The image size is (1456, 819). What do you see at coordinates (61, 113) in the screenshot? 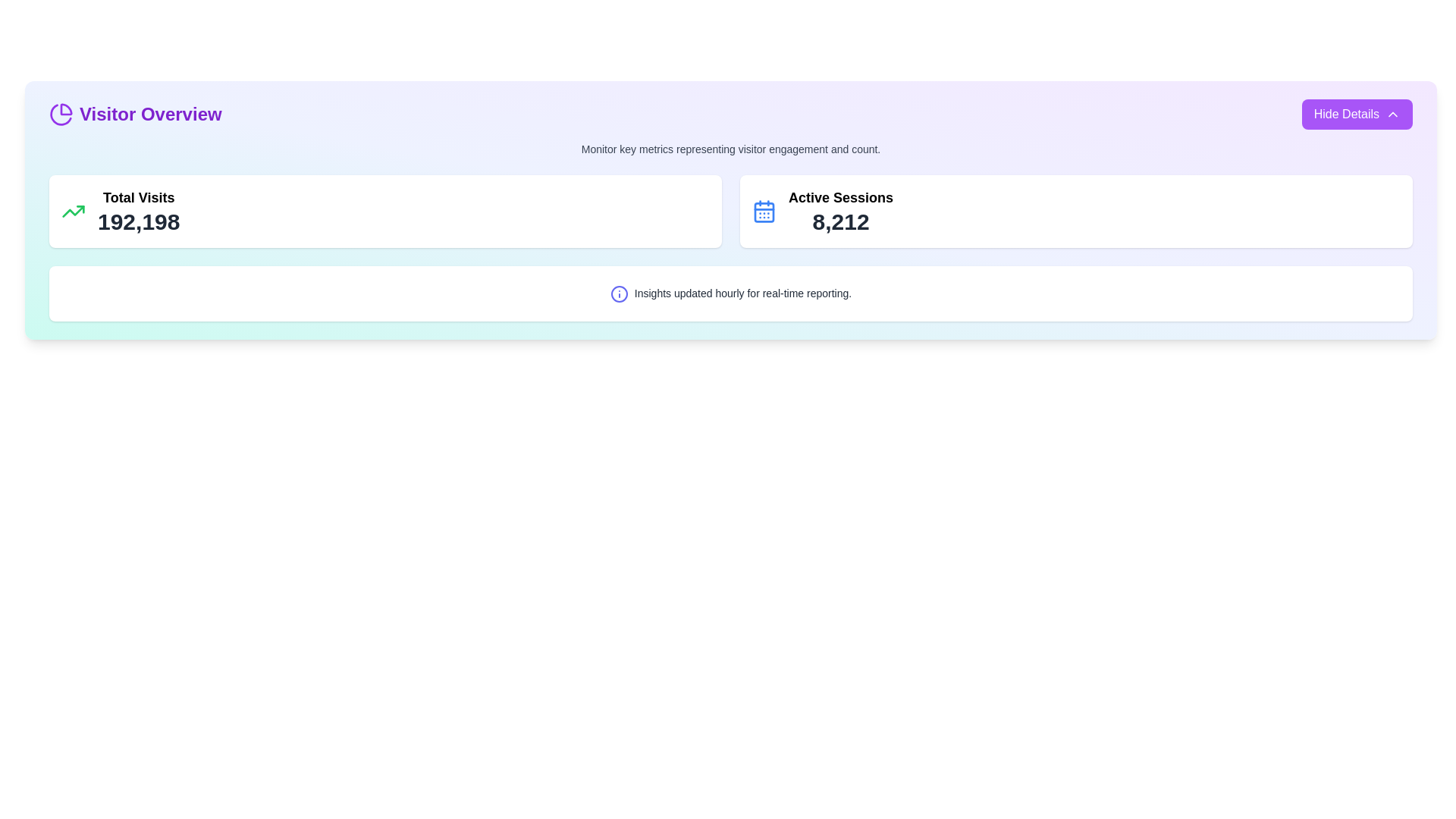
I see `the vivid purple pie chart icon located to the left of the 'Visitor Overview' heading` at bounding box center [61, 113].